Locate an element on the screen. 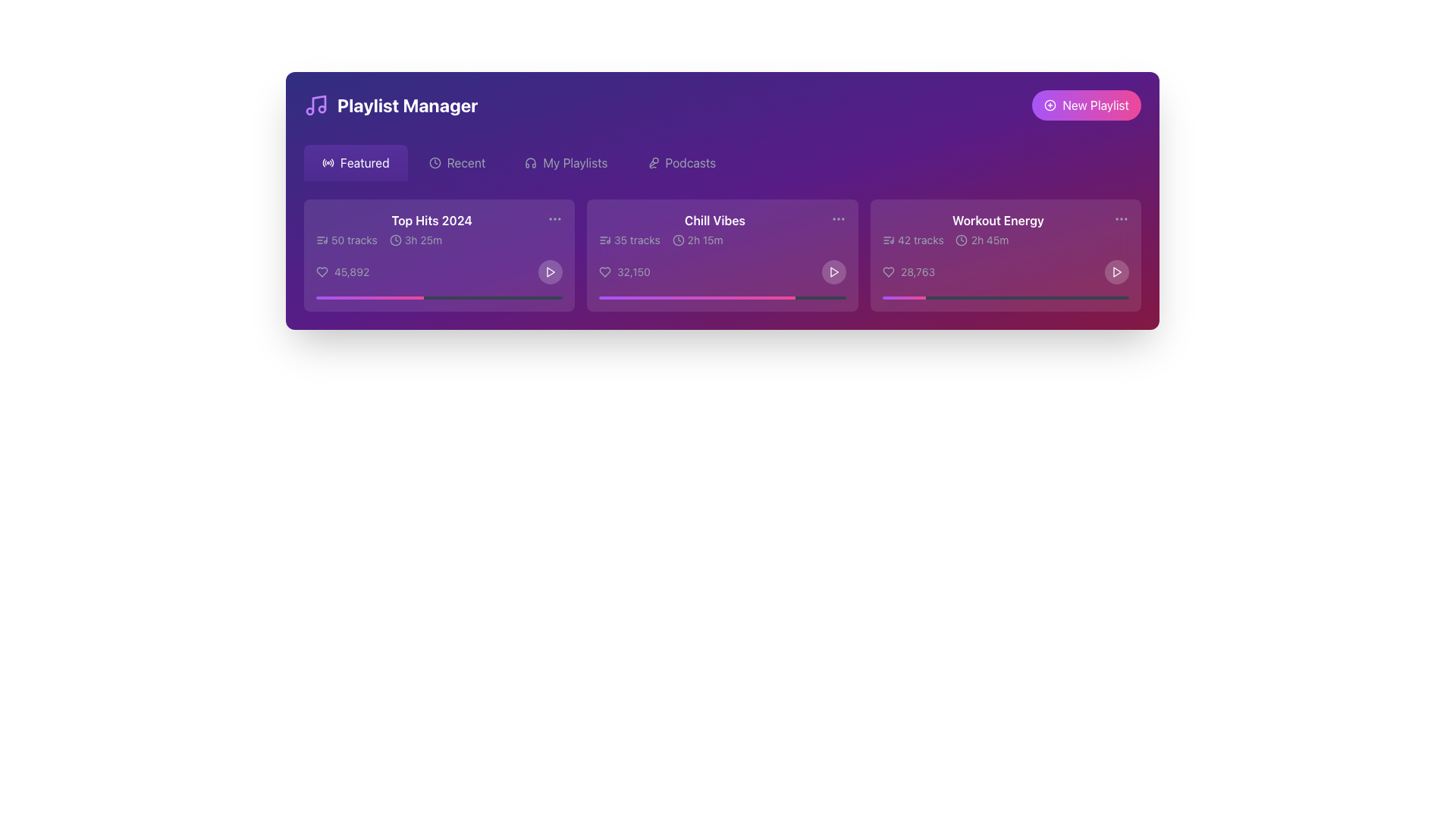 Image resolution: width=1456 pixels, height=819 pixels. the filled purple heart-shaped icon located within the 'Chill Vibes' playlist card to favorite or unfavorite the playlist is located at coordinates (604, 271).